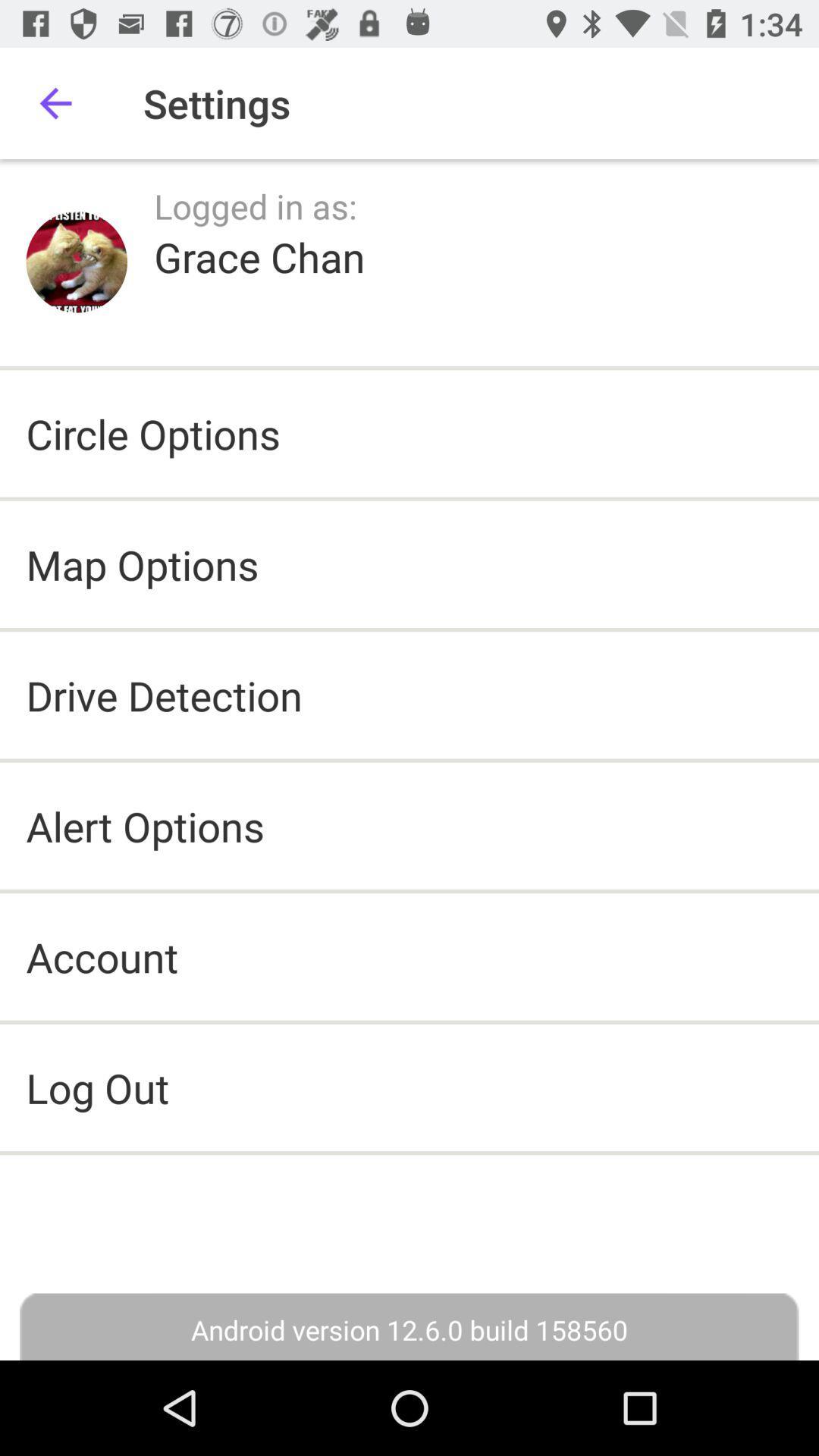 This screenshot has width=819, height=1456. I want to click on alert options, so click(145, 825).